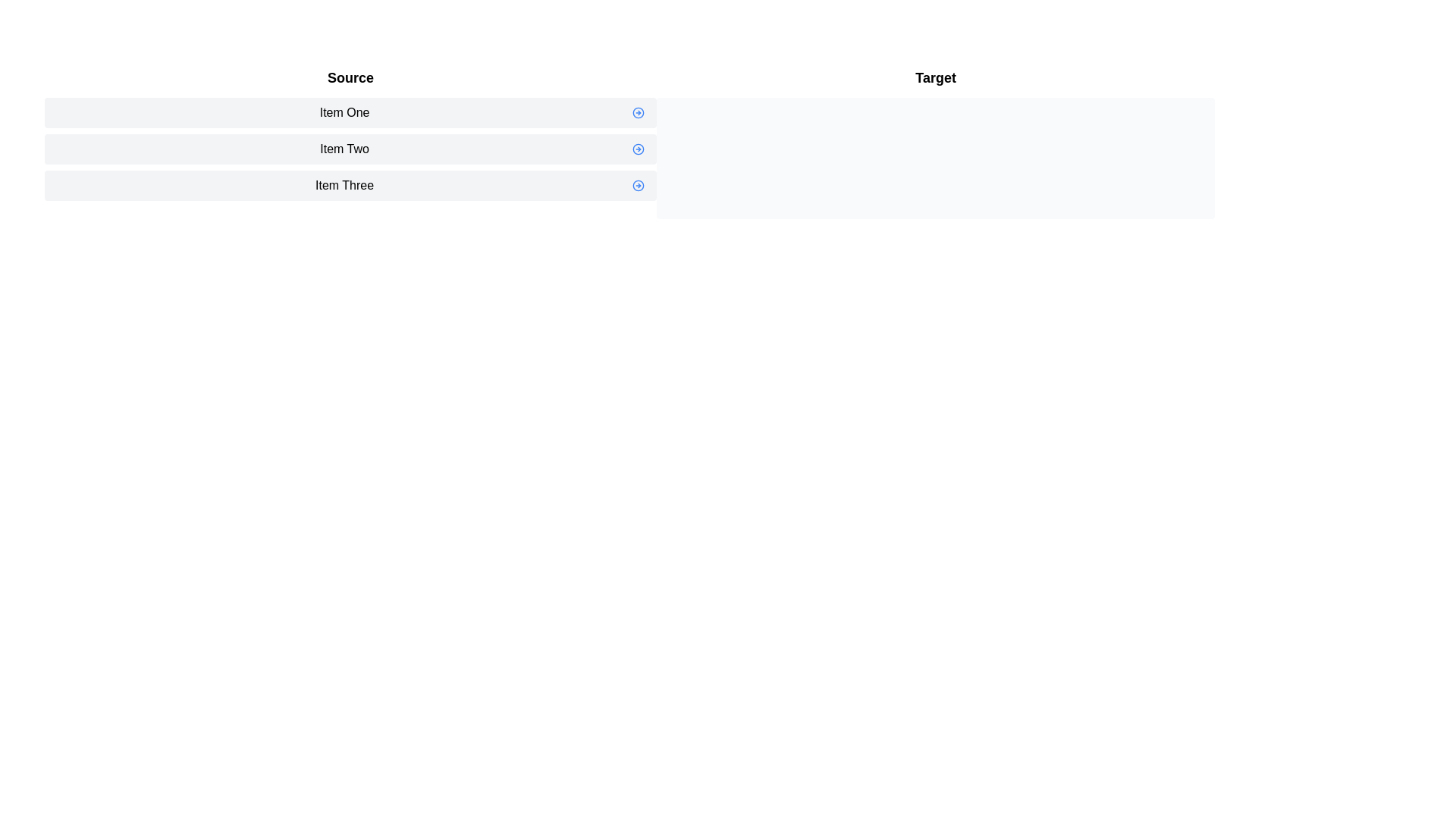 This screenshot has height=819, width=1456. I want to click on the List Item element labeled 'Item Three', which is the third item in a vertical list with a light gray background and a blue circle with an arrow icon to the right, so click(350, 185).